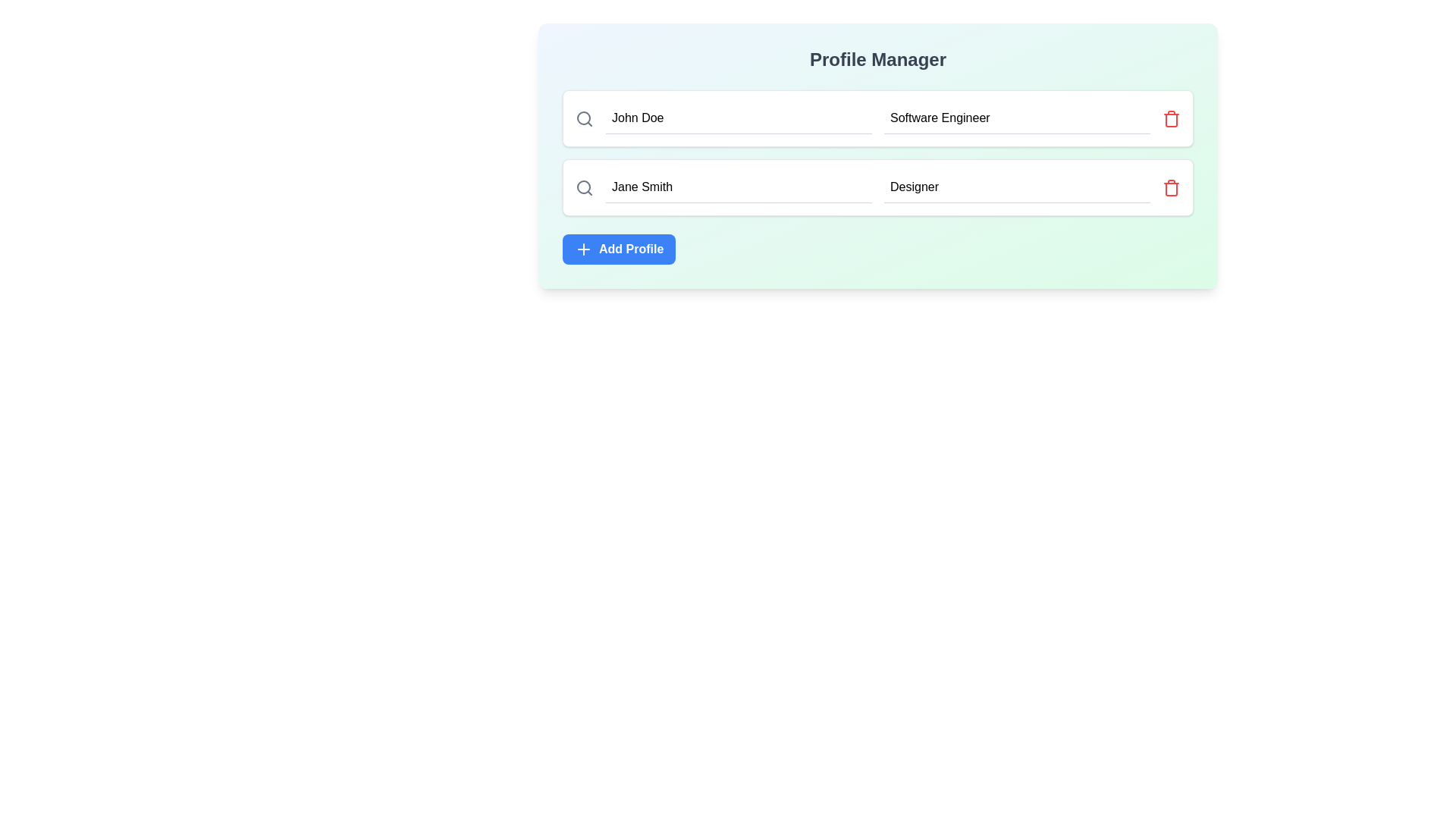 The image size is (1456, 819). I want to click on the second text input field for entering or editing the occupation or job title, which is located between the 'Name' field and a red trash icon, so click(1017, 118).